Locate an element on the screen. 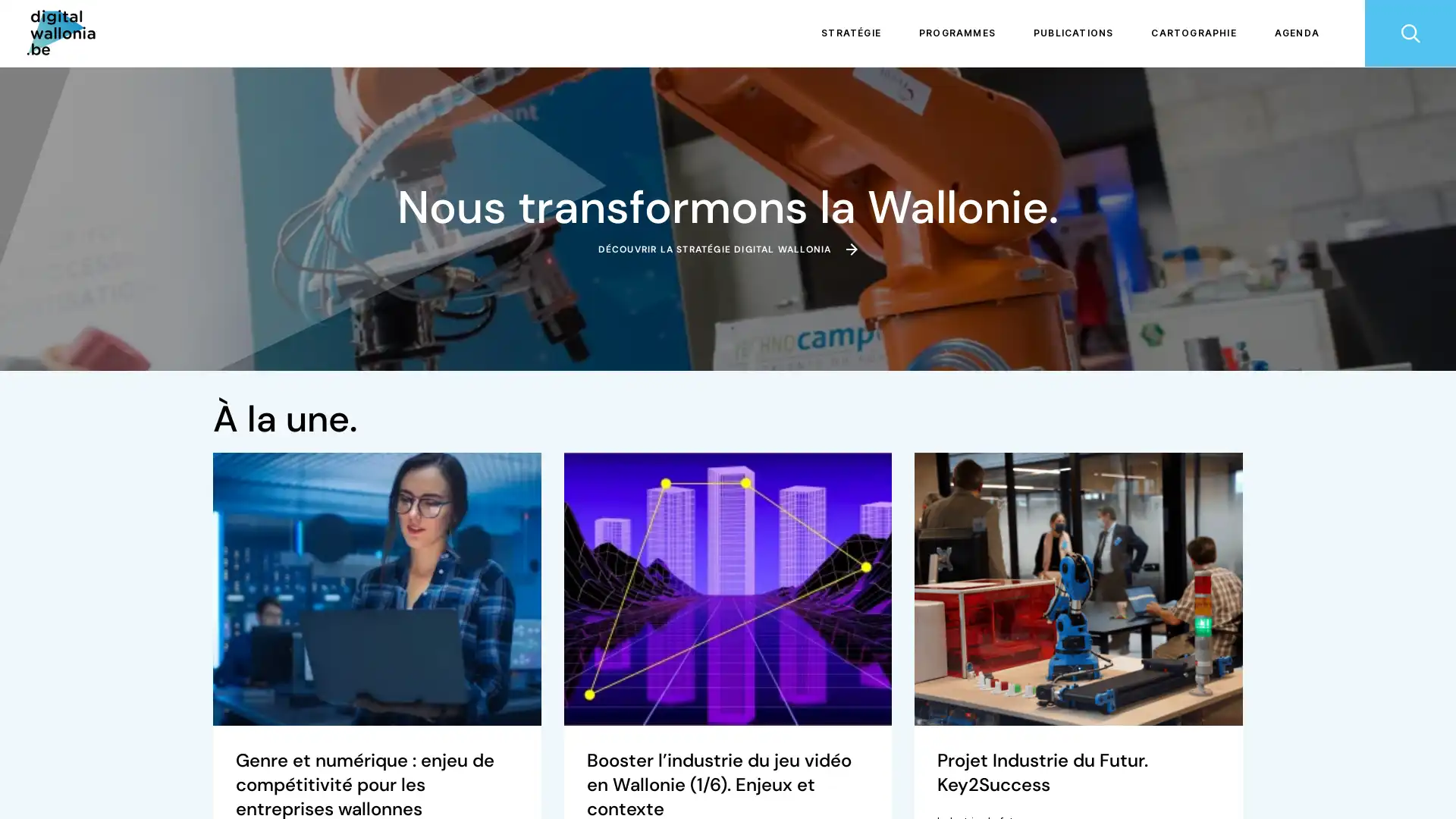  Je choisis is located at coordinates (174, 742).